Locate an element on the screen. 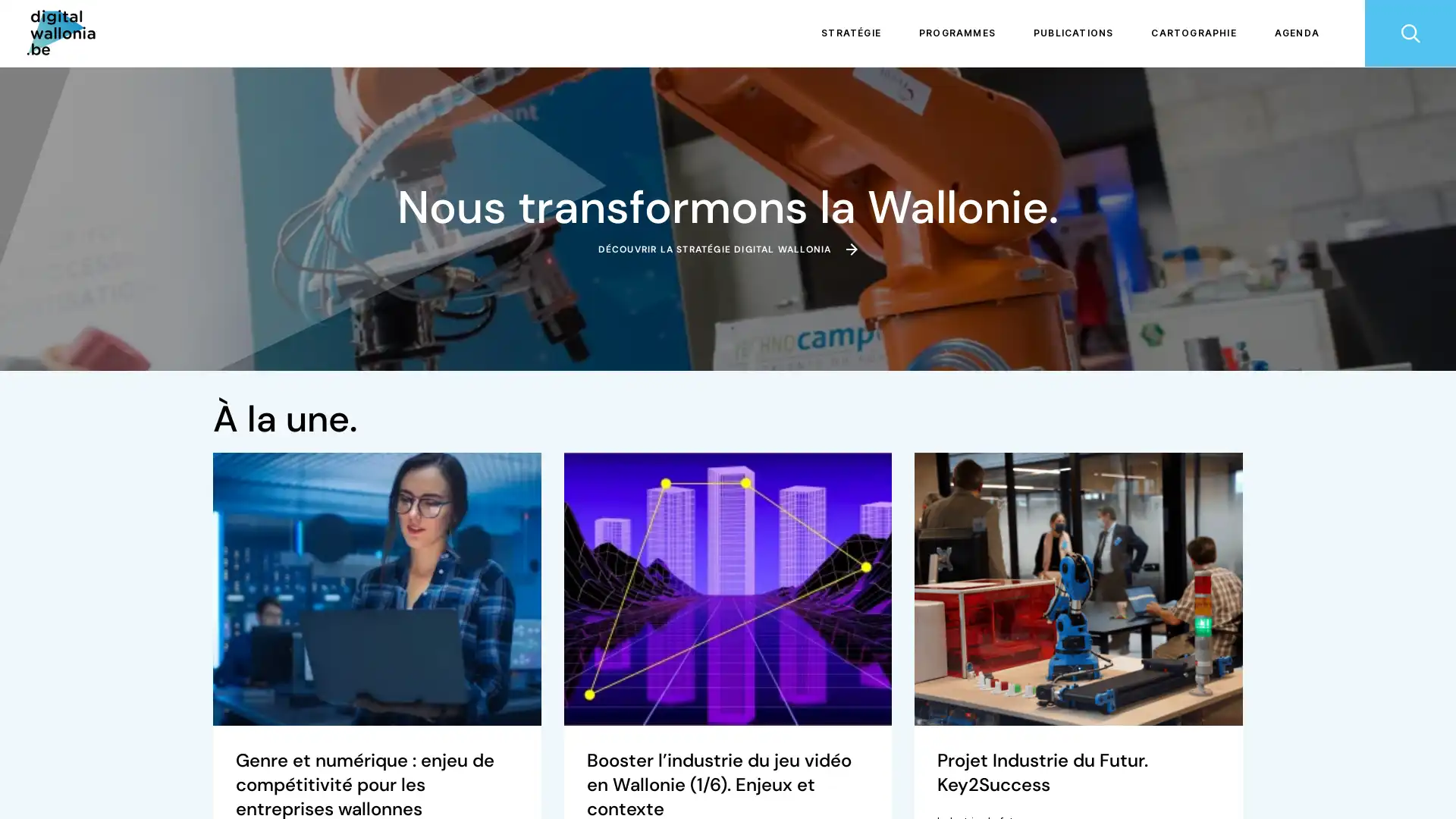  Je choisis is located at coordinates (174, 742).